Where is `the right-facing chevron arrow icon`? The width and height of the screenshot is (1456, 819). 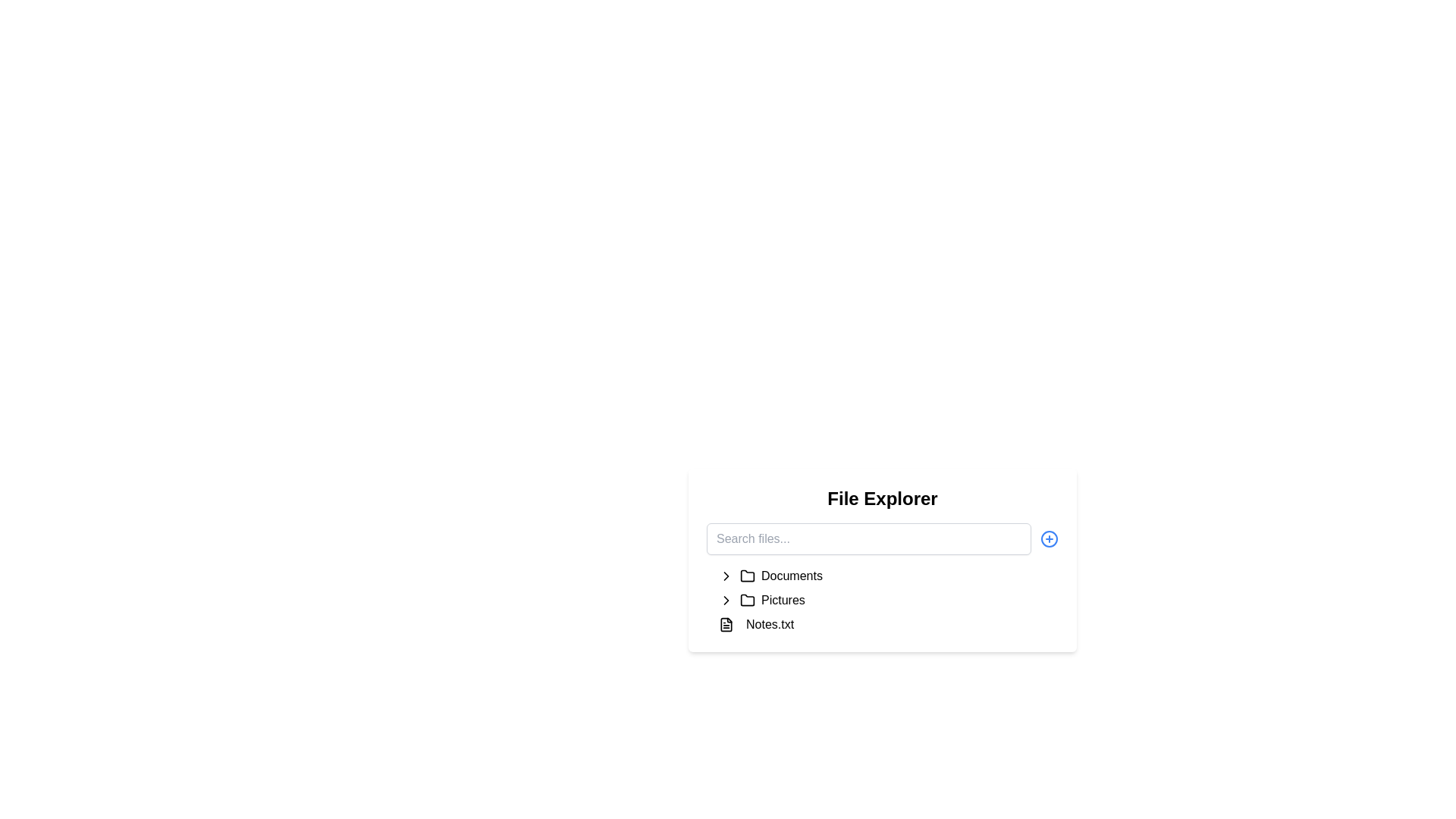 the right-facing chevron arrow icon is located at coordinates (726, 576).